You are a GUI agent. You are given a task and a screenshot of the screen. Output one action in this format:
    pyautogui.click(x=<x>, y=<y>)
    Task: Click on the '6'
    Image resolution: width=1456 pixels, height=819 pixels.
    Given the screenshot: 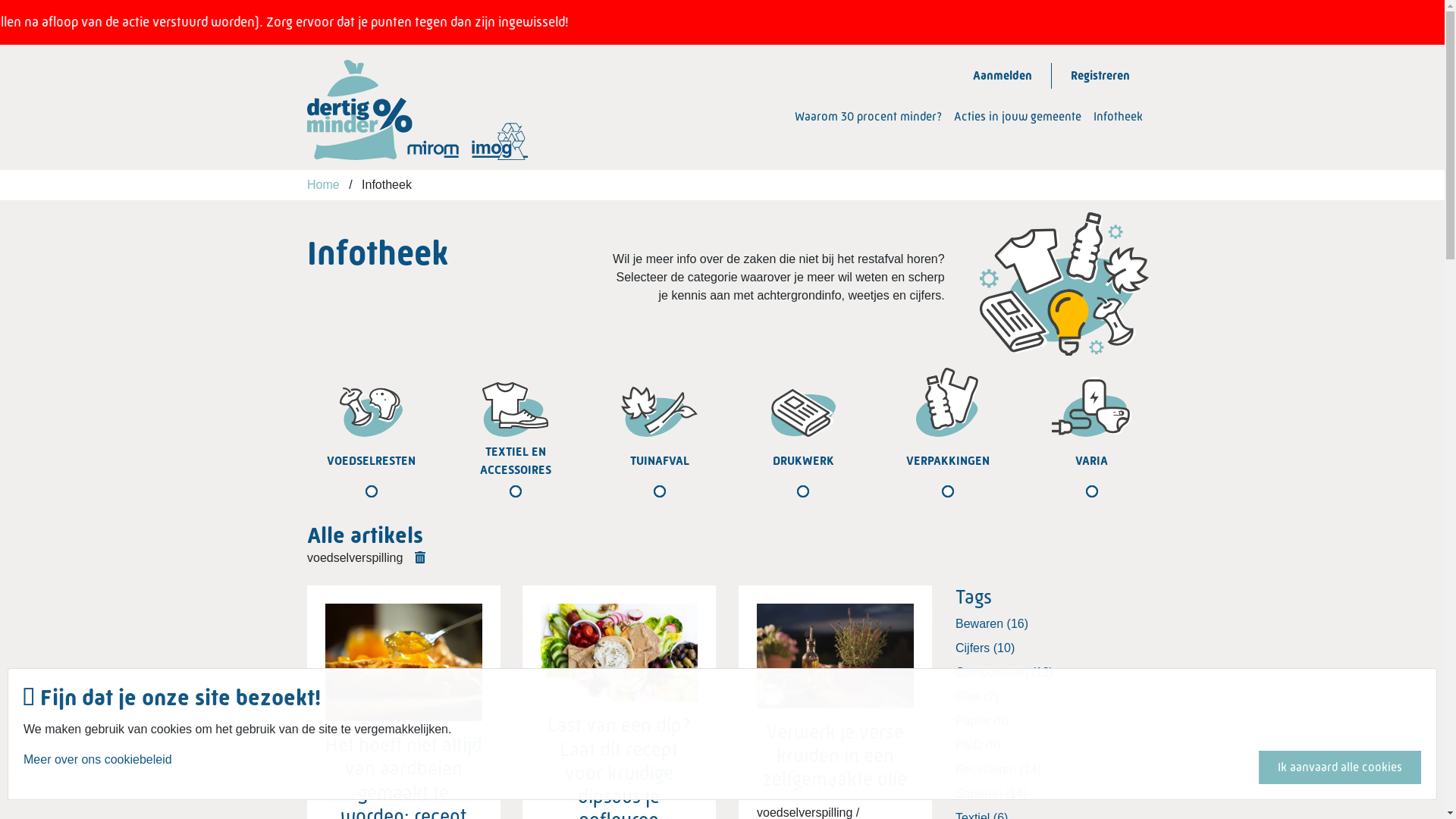 What is the action you would take?
    pyautogui.click(x=1022, y=476)
    